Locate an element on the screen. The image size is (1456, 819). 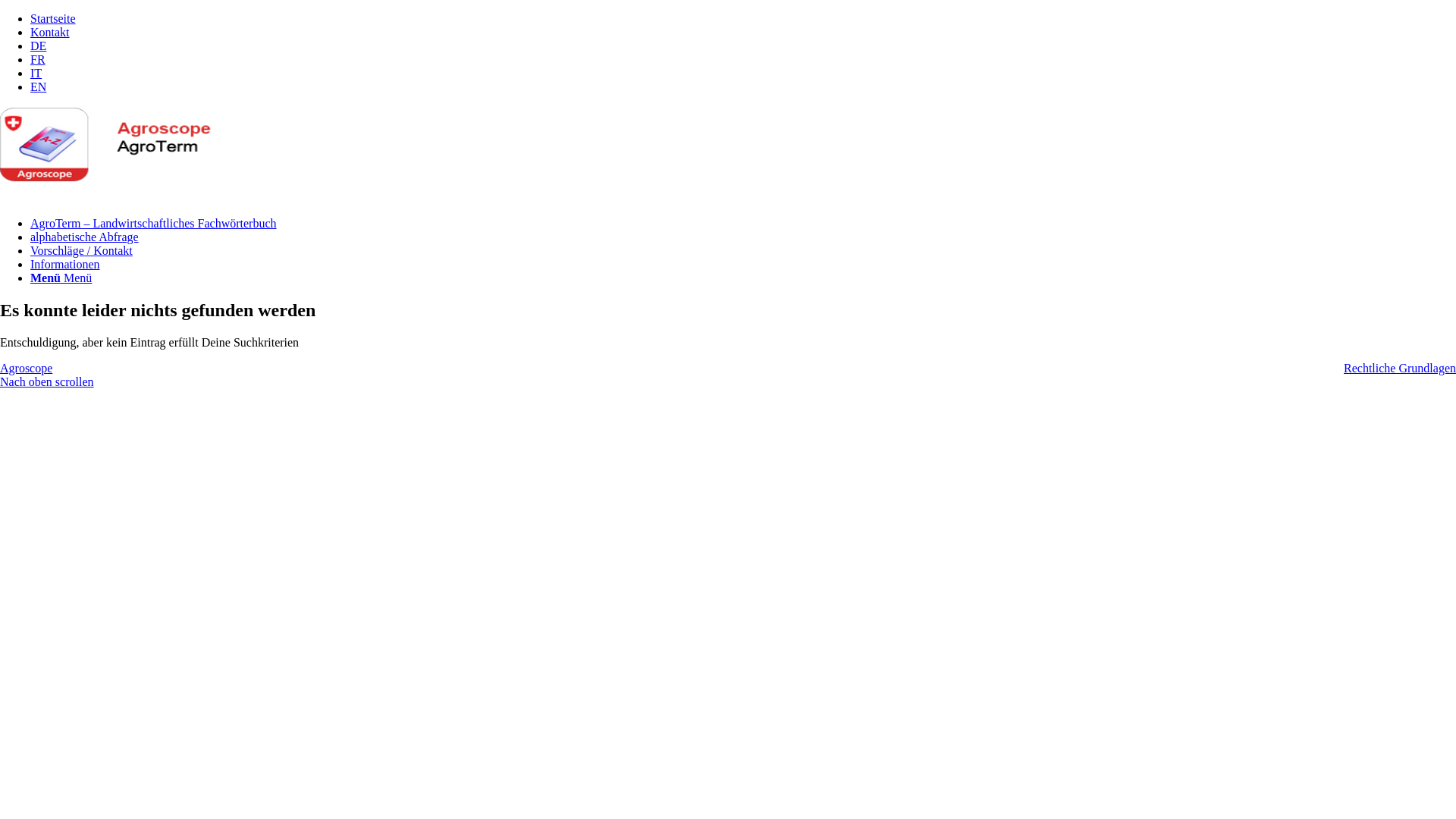
'Informationen' is located at coordinates (64, 263).